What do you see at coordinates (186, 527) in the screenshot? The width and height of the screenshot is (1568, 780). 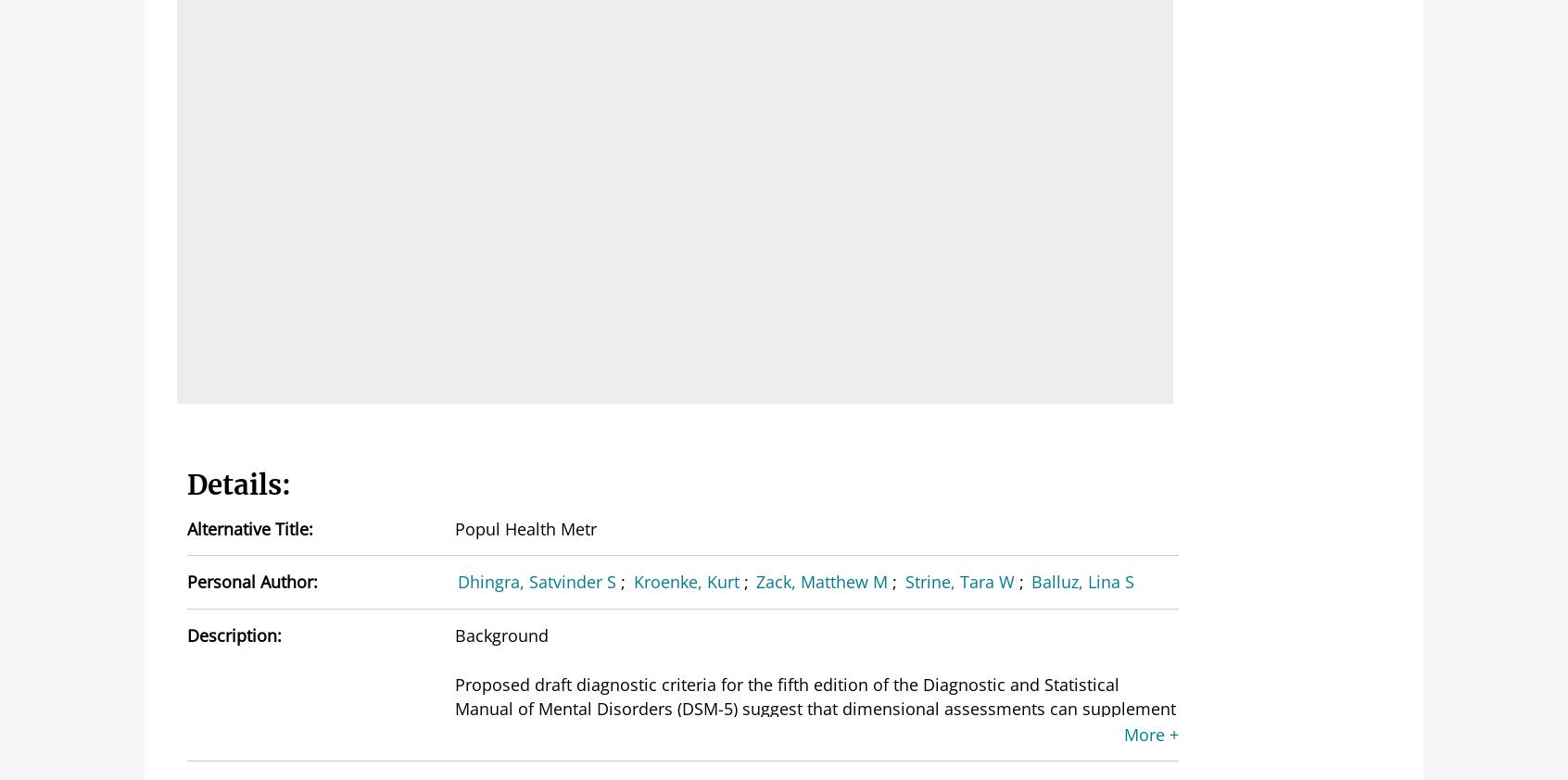 I see `'Alternative Title:'` at bounding box center [186, 527].